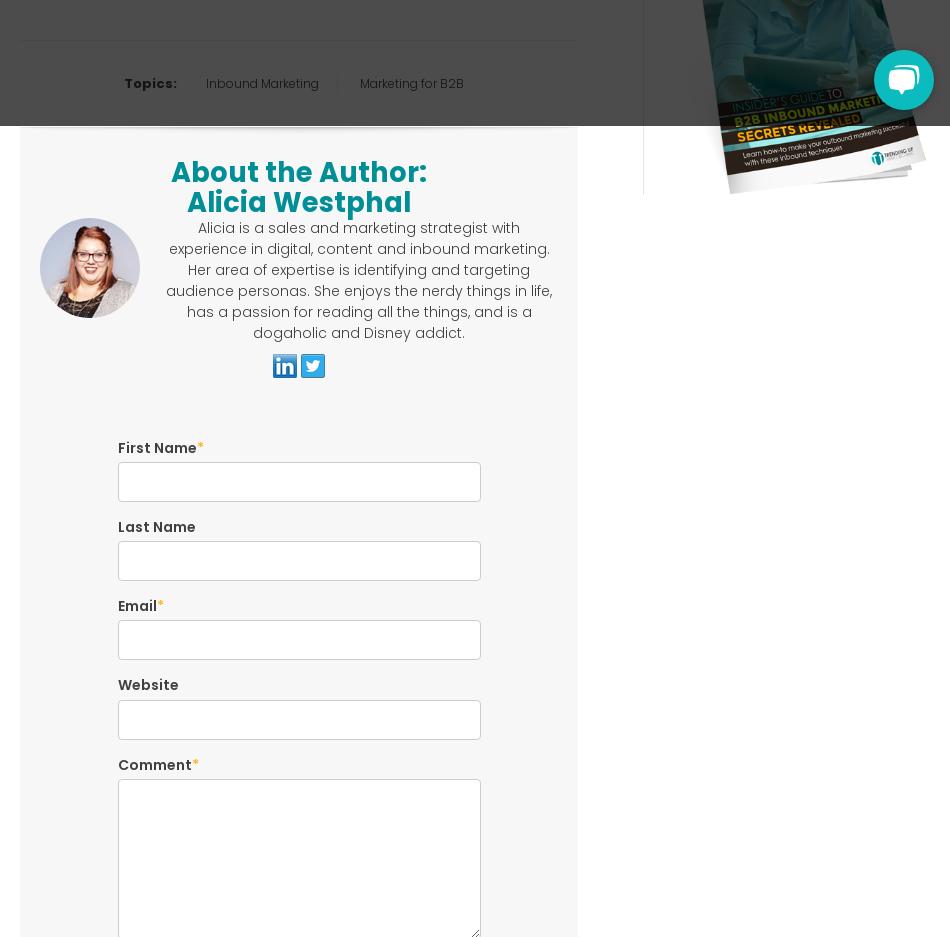 The height and width of the screenshot is (937, 950). What do you see at coordinates (147, 684) in the screenshot?
I see `'Website'` at bounding box center [147, 684].